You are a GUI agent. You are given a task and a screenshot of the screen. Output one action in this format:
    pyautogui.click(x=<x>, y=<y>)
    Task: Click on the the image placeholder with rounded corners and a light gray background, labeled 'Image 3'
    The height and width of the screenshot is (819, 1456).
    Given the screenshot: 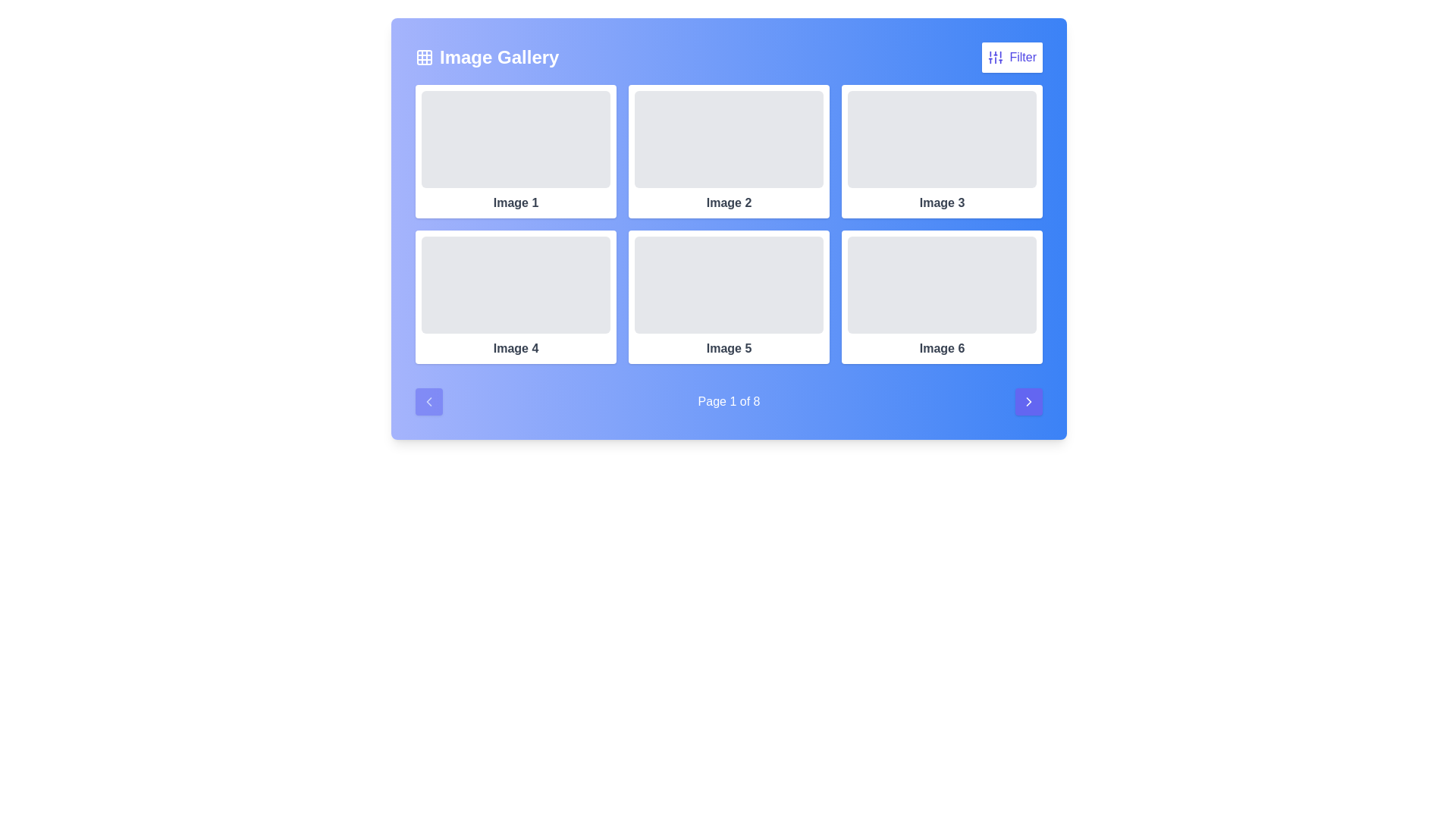 What is the action you would take?
    pyautogui.click(x=941, y=140)
    